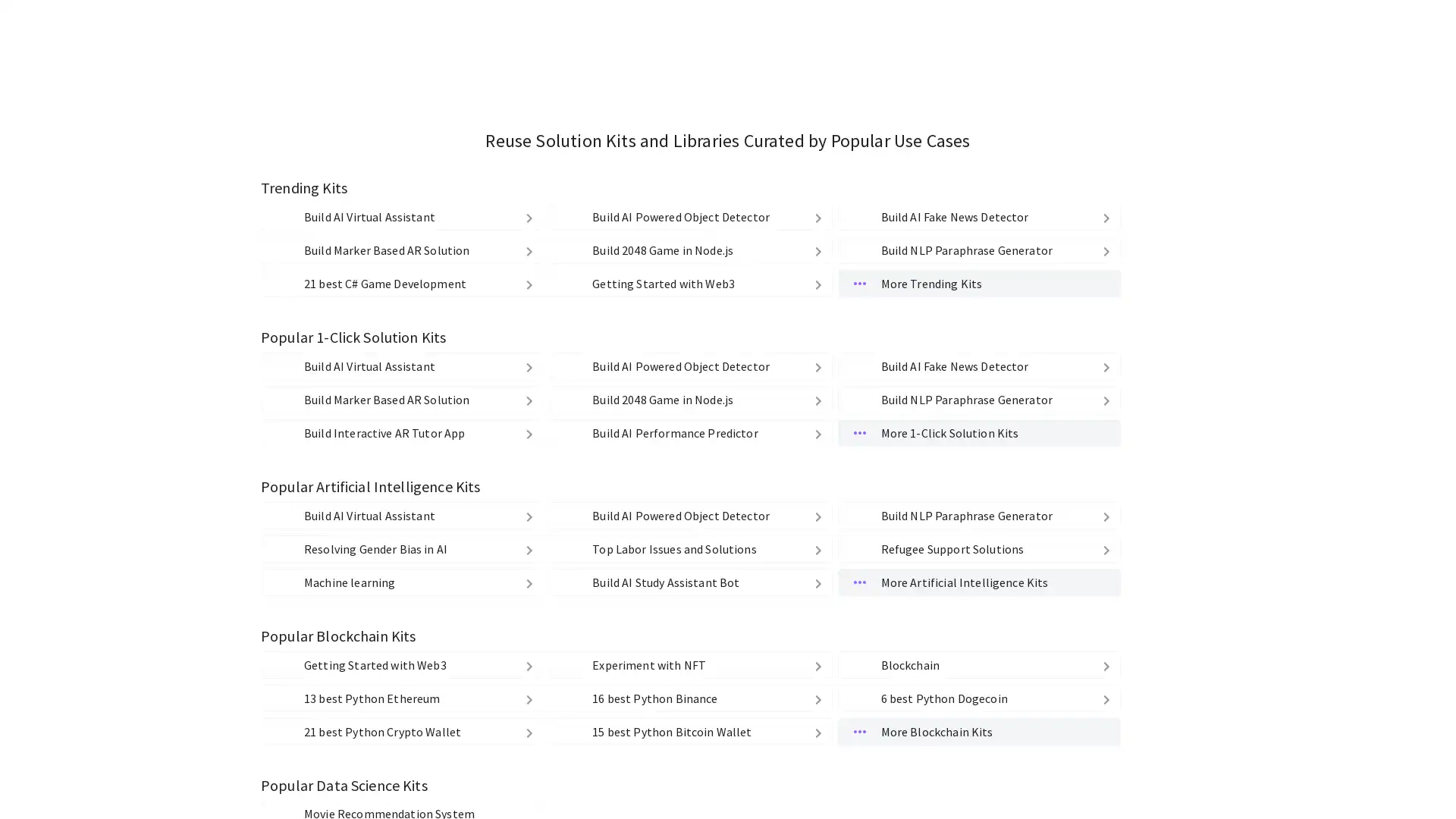 The height and width of the screenshot is (819, 1456). What do you see at coordinates (861, 447) in the screenshot?
I see `Source Code Source Code` at bounding box center [861, 447].